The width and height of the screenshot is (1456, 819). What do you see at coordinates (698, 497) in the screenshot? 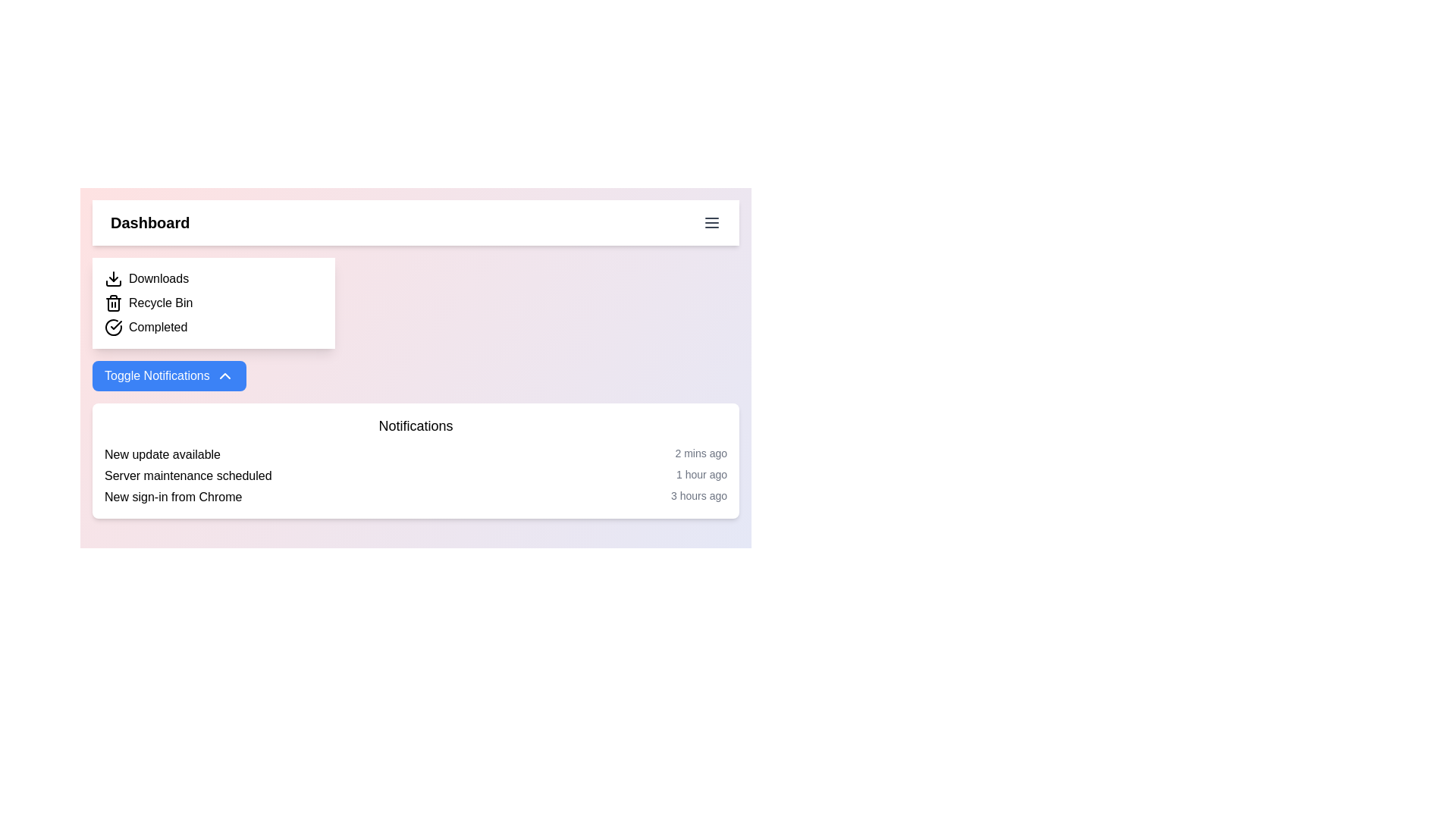
I see `time-stamp text label indicating '3 hours ago', which is located at the bottom right of the notification area following the message 'New sign-in from Chrome'` at bounding box center [698, 497].